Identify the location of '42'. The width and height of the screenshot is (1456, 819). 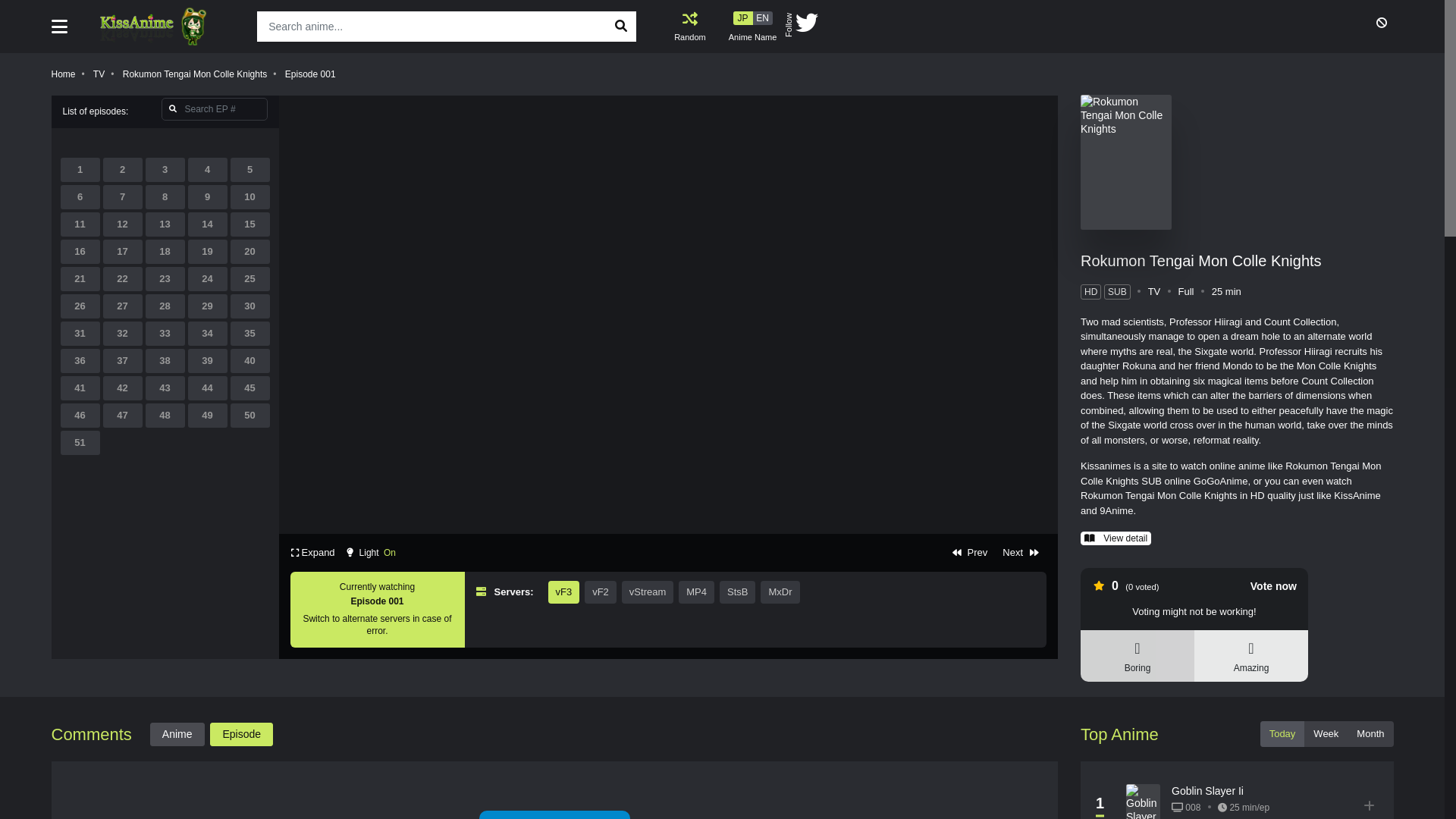
(123, 388).